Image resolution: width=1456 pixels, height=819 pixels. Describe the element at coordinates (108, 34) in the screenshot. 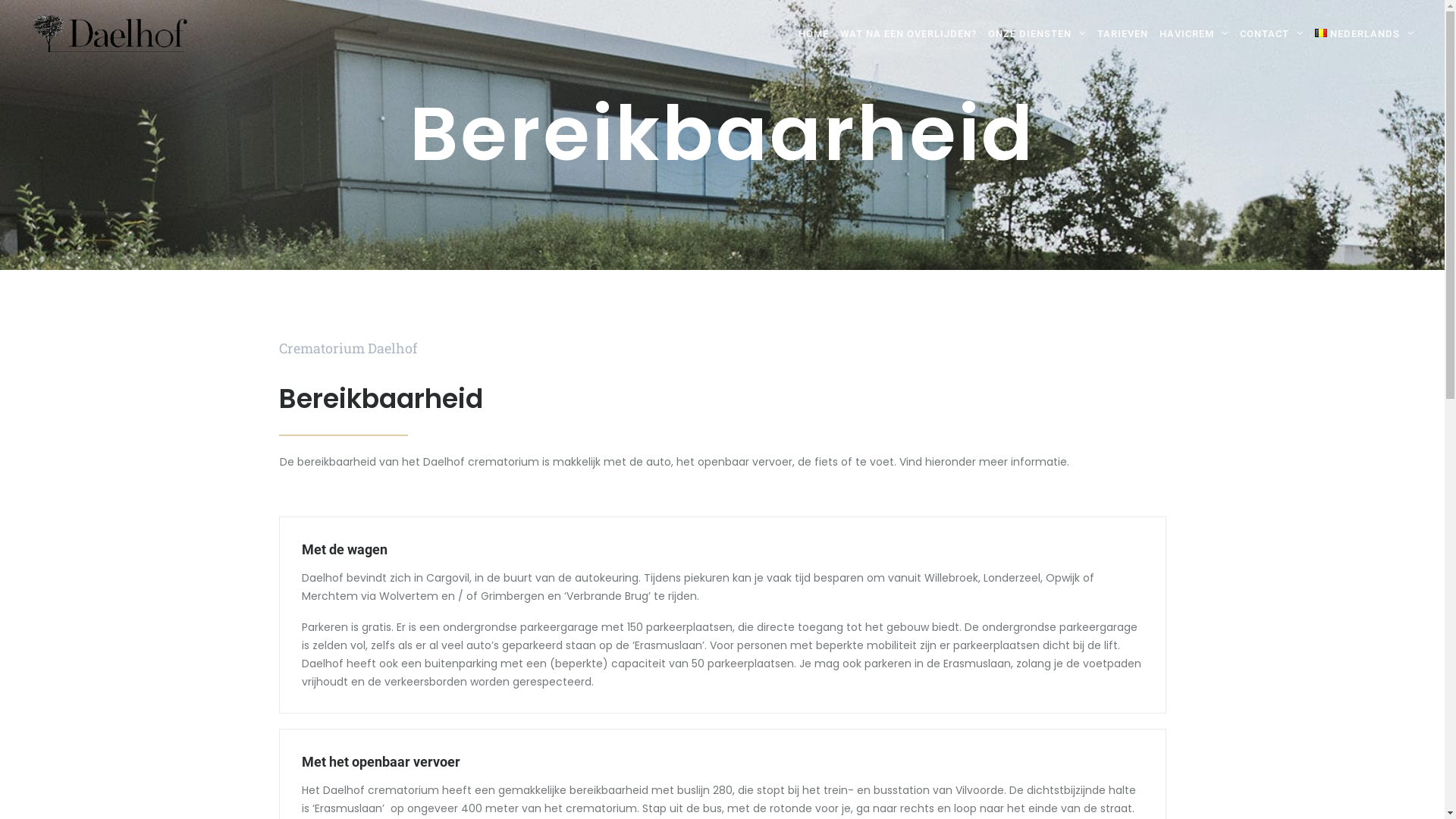

I see `'Crematorium Daelhof'` at that location.